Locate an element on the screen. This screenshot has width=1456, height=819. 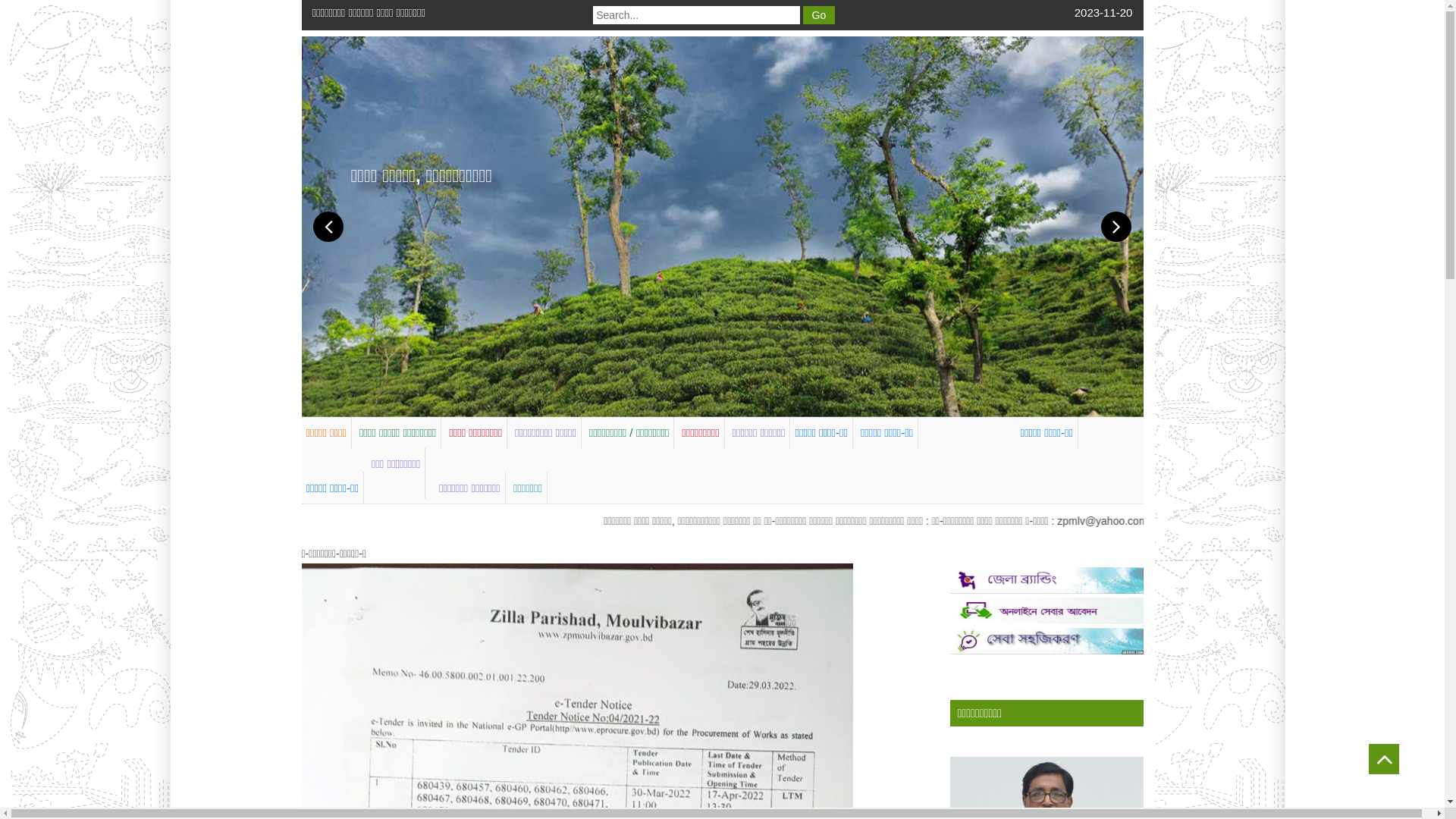
'Go' is located at coordinates (802, 14).